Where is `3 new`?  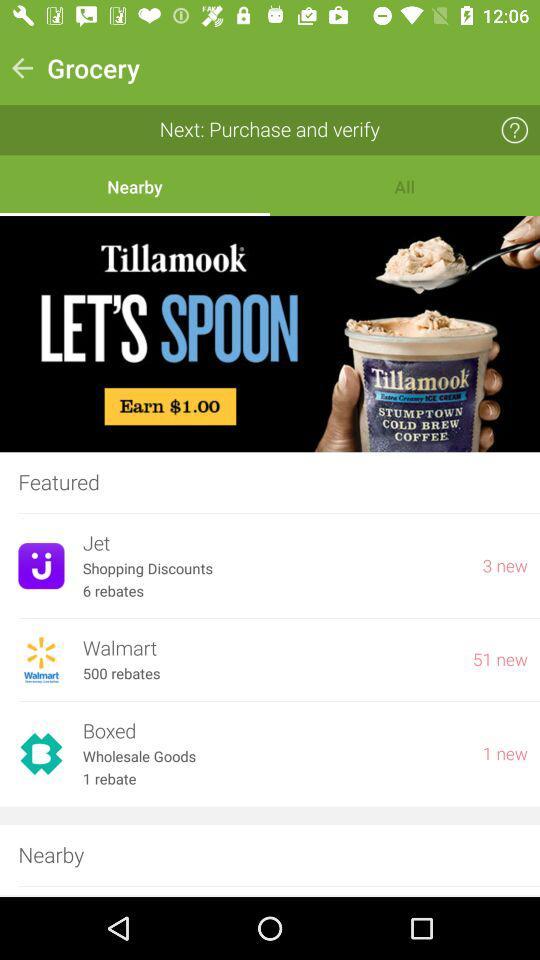
3 new is located at coordinates (504, 566).